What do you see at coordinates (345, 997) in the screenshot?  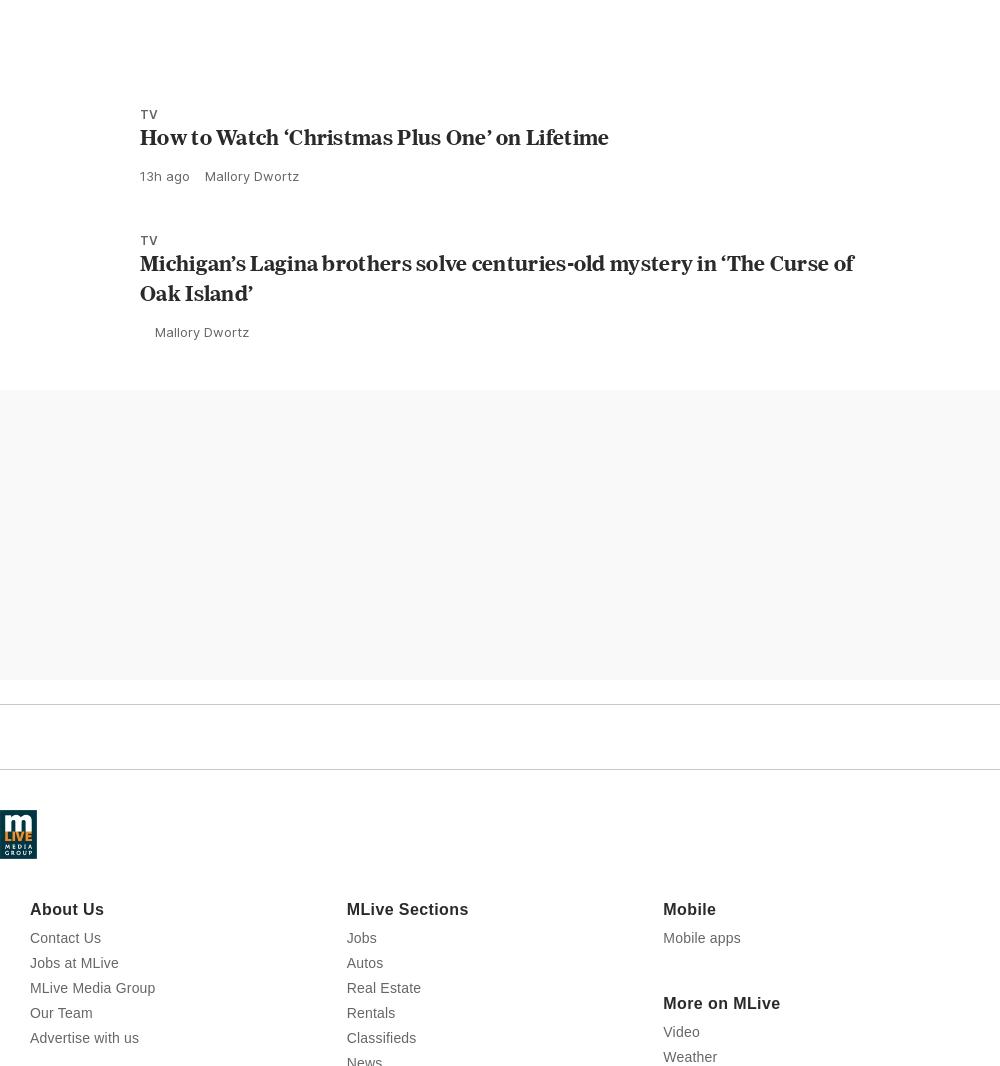 I see `'MLive Sections'` at bounding box center [345, 997].